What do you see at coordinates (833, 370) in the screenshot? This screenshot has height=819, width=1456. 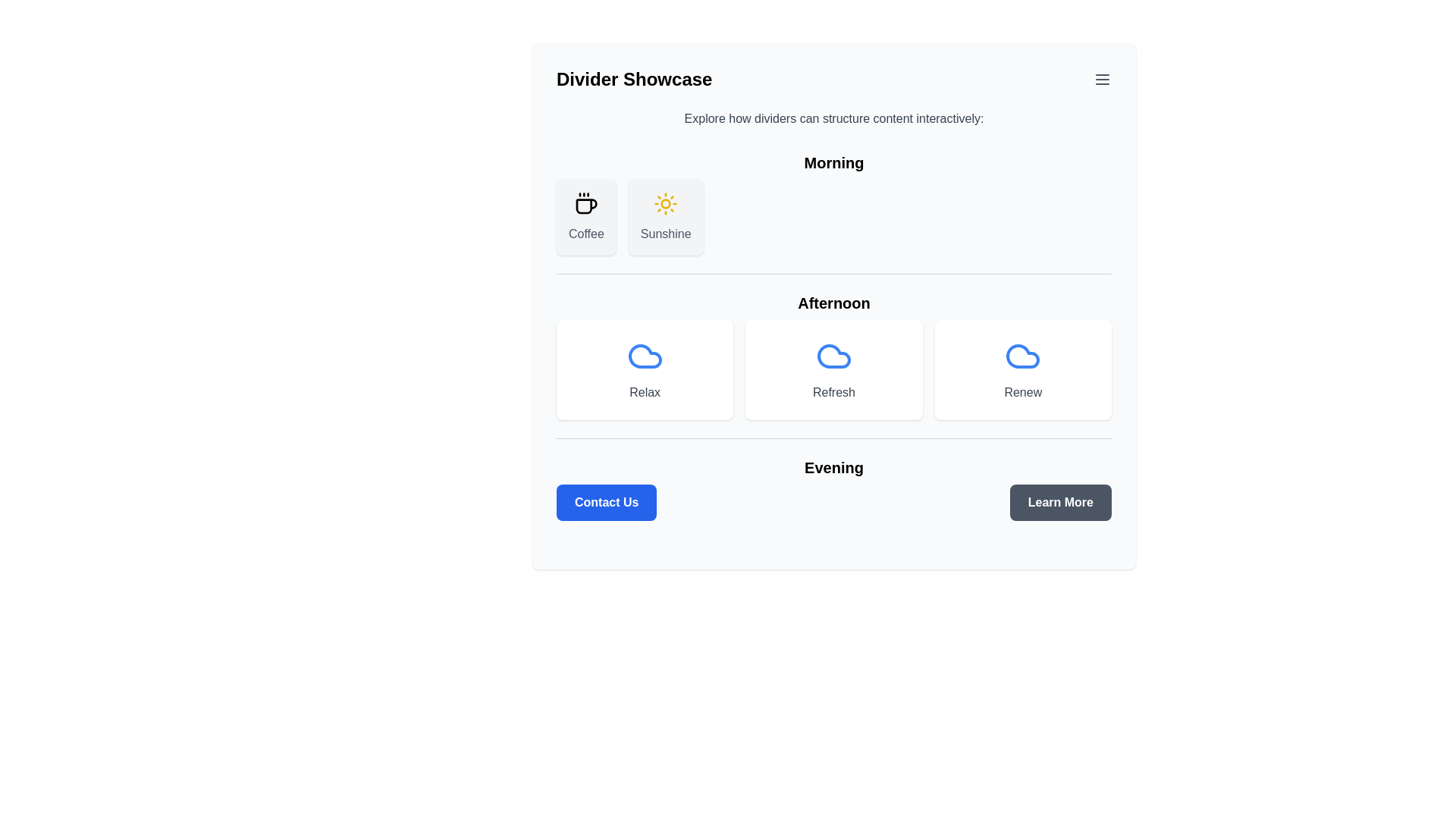 I see `the clickable visual card labeled 'Refresh' located in the middle of a horizontal list of three cards in the 'Afternoon' section` at bounding box center [833, 370].